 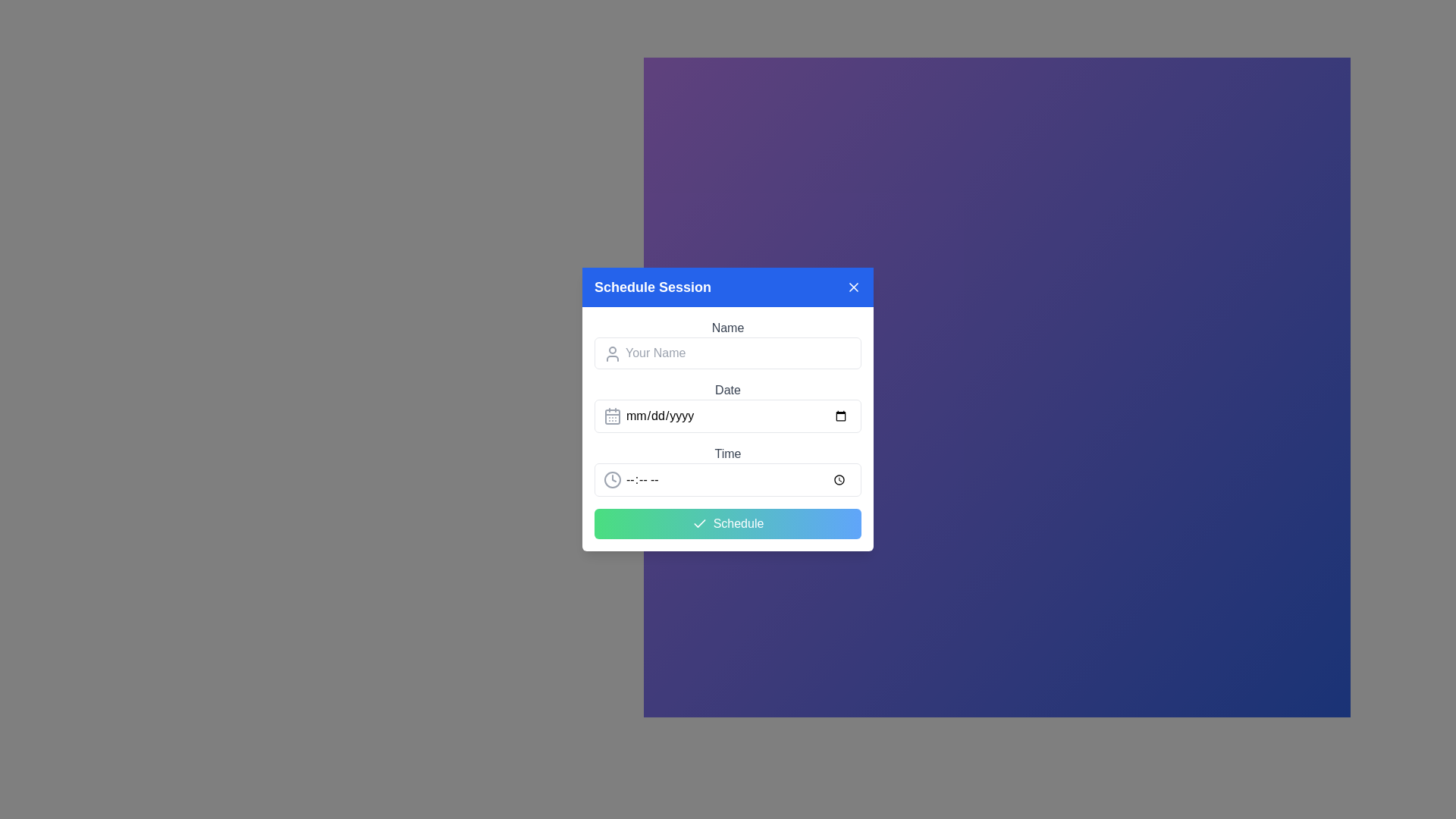 I want to click on the rectangular shape with rounded corners that is part of the calendar icon near the 'Date' entry field in the scheduling widget, so click(x=612, y=417).